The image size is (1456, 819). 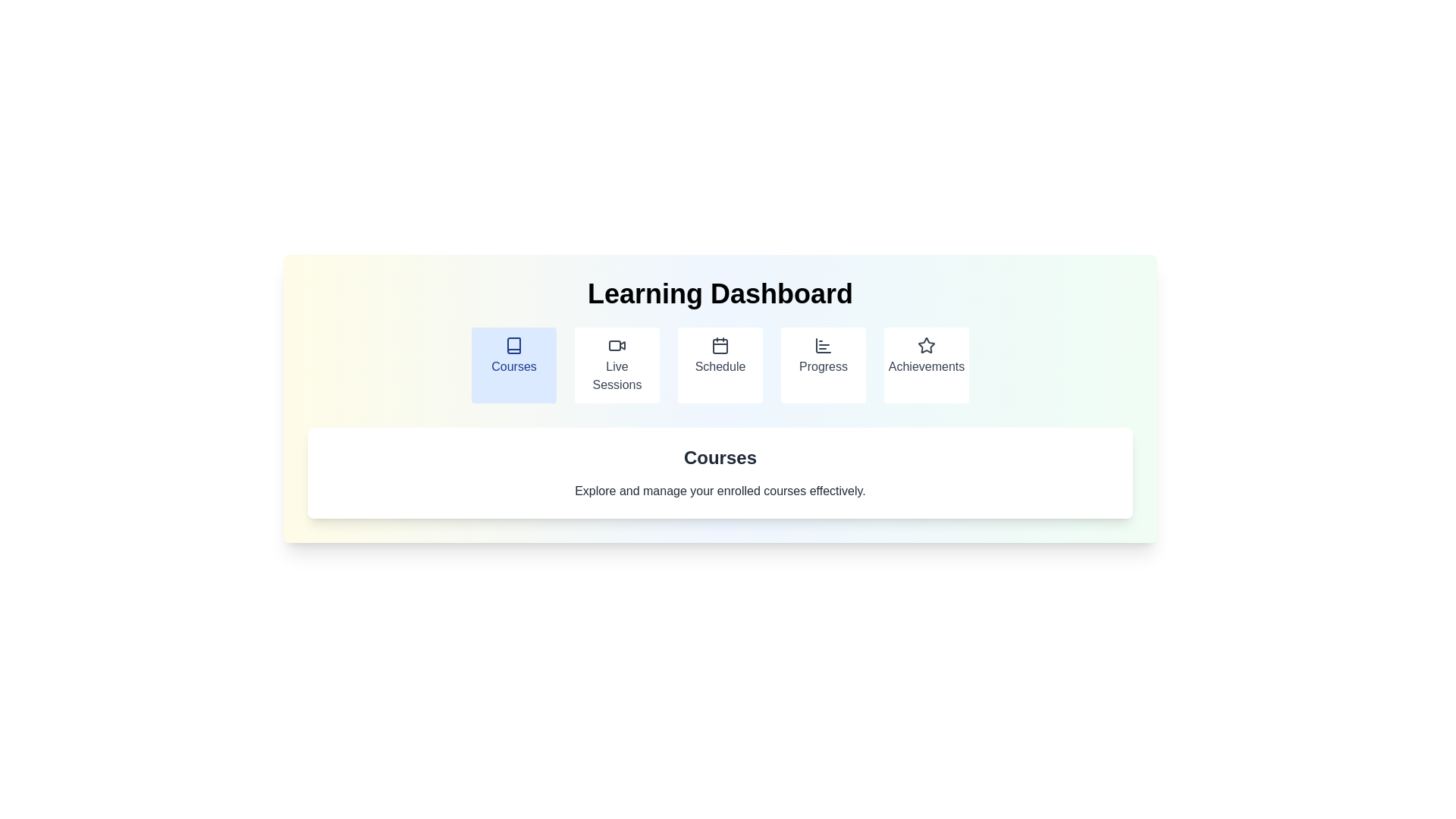 I want to click on the video icon with a camera shape and recording indicator located in the 'Live Sessions' card near the top of the layout, so click(x=617, y=345).